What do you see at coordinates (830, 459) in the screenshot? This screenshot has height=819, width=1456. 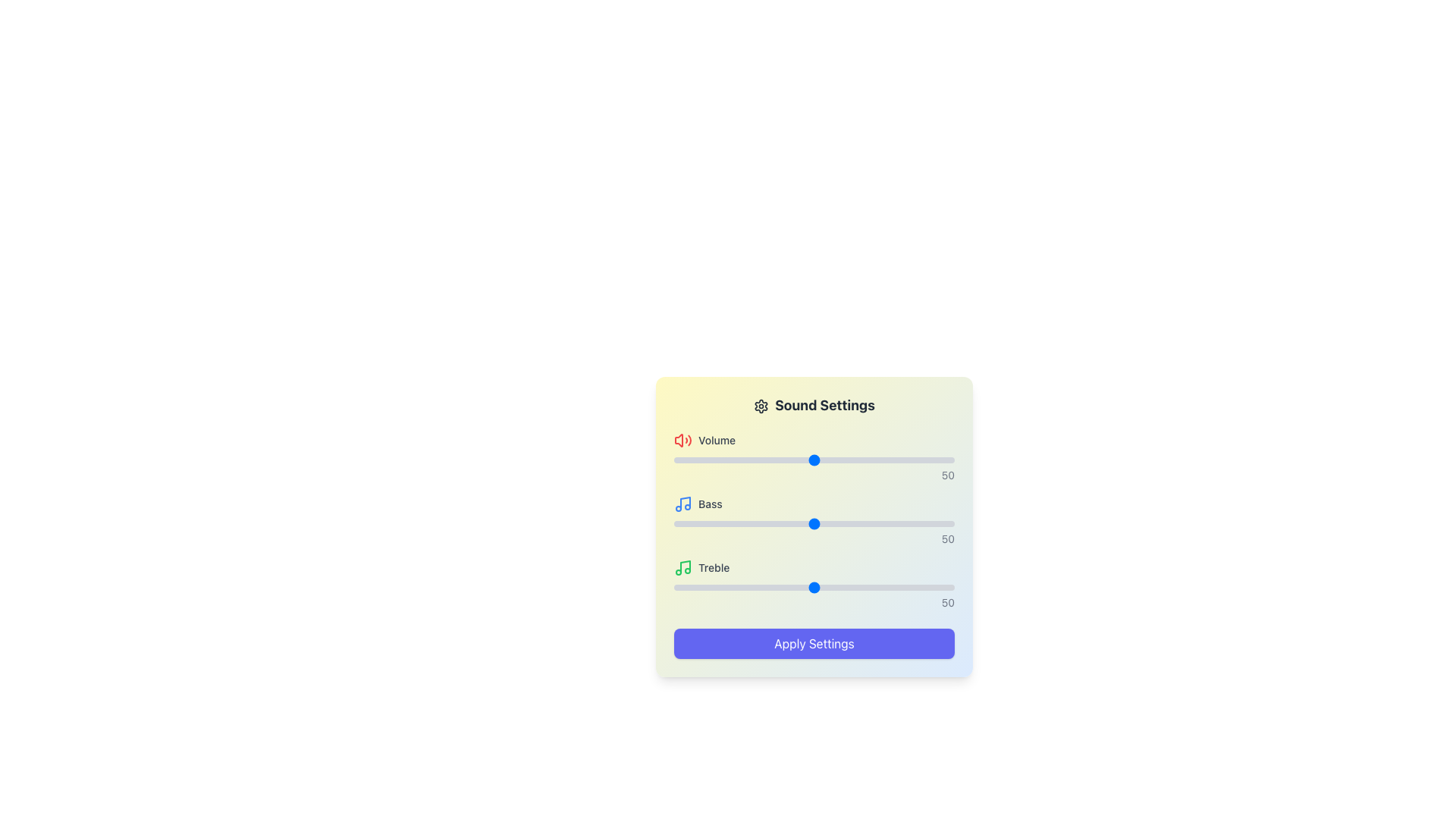 I see `the volume level` at bounding box center [830, 459].